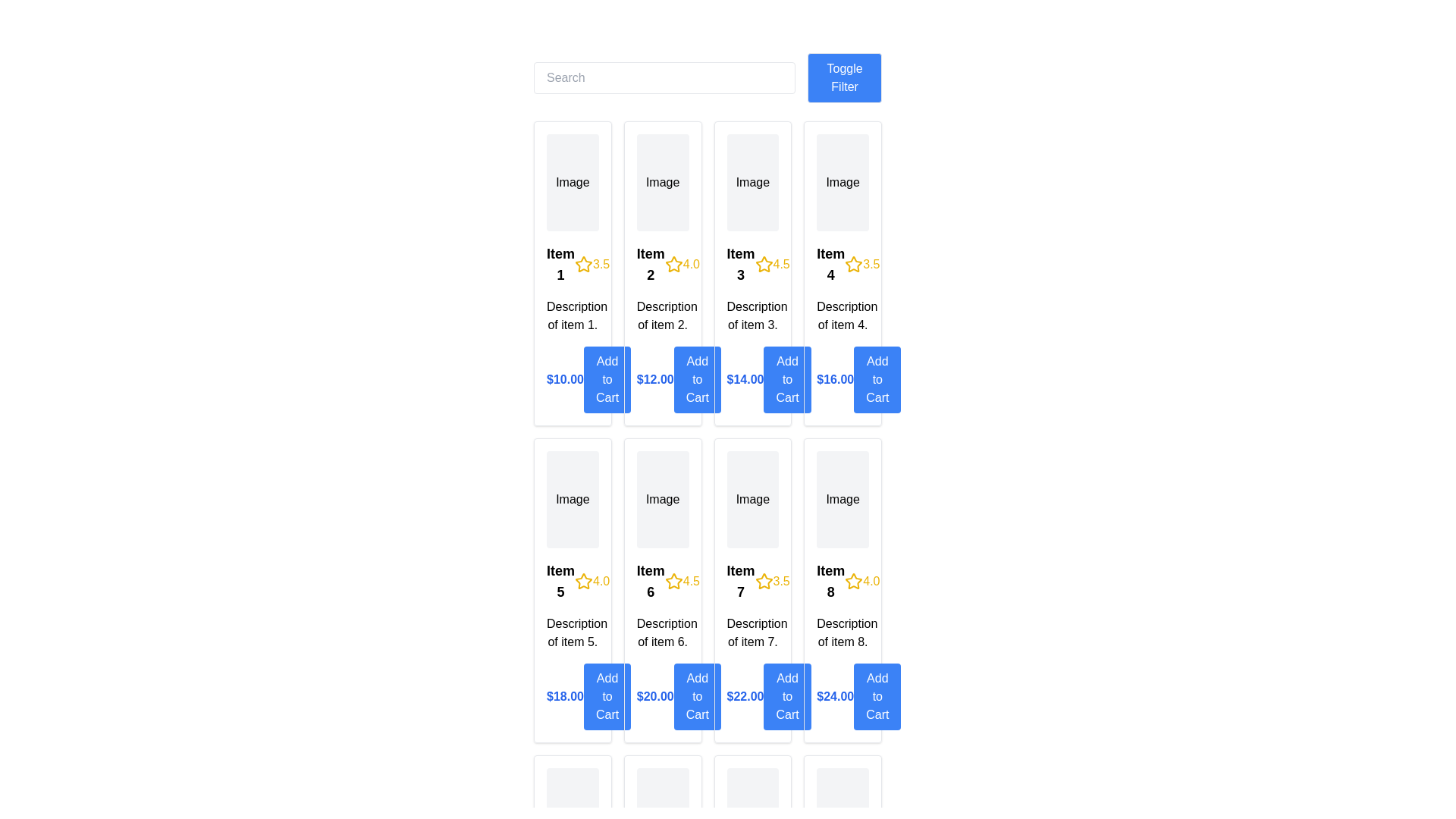 The width and height of the screenshot is (1456, 819). What do you see at coordinates (673, 263) in the screenshot?
I see `the rating icon indicating a value of 4.0 located in the second item card, right of 'Item 2' and above the 'Add to Cart' button` at bounding box center [673, 263].